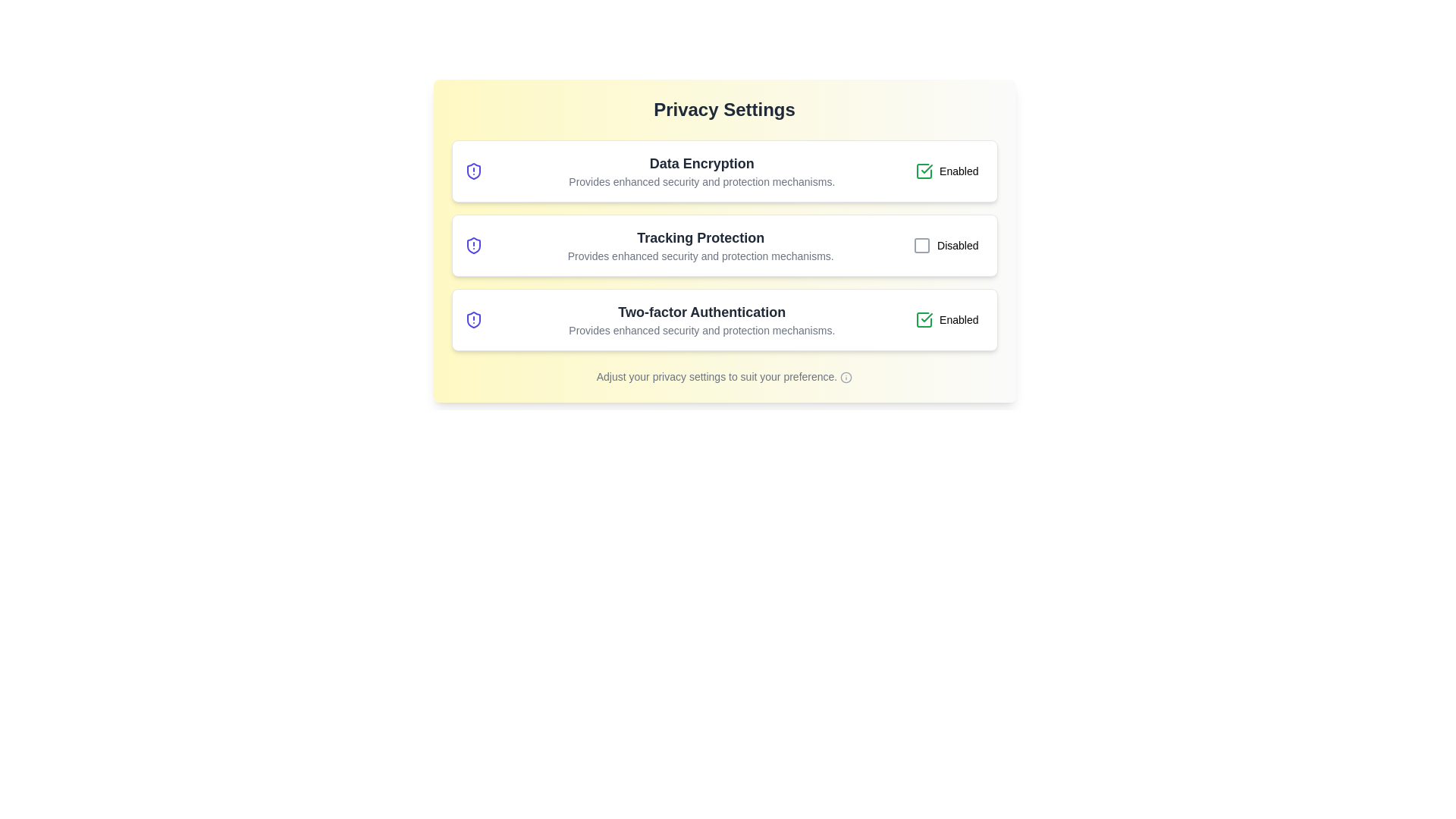  I want to click on the checkbox labeled 'Disabled' located in the 'Tracking Protection' settings section, so click(945, 245).